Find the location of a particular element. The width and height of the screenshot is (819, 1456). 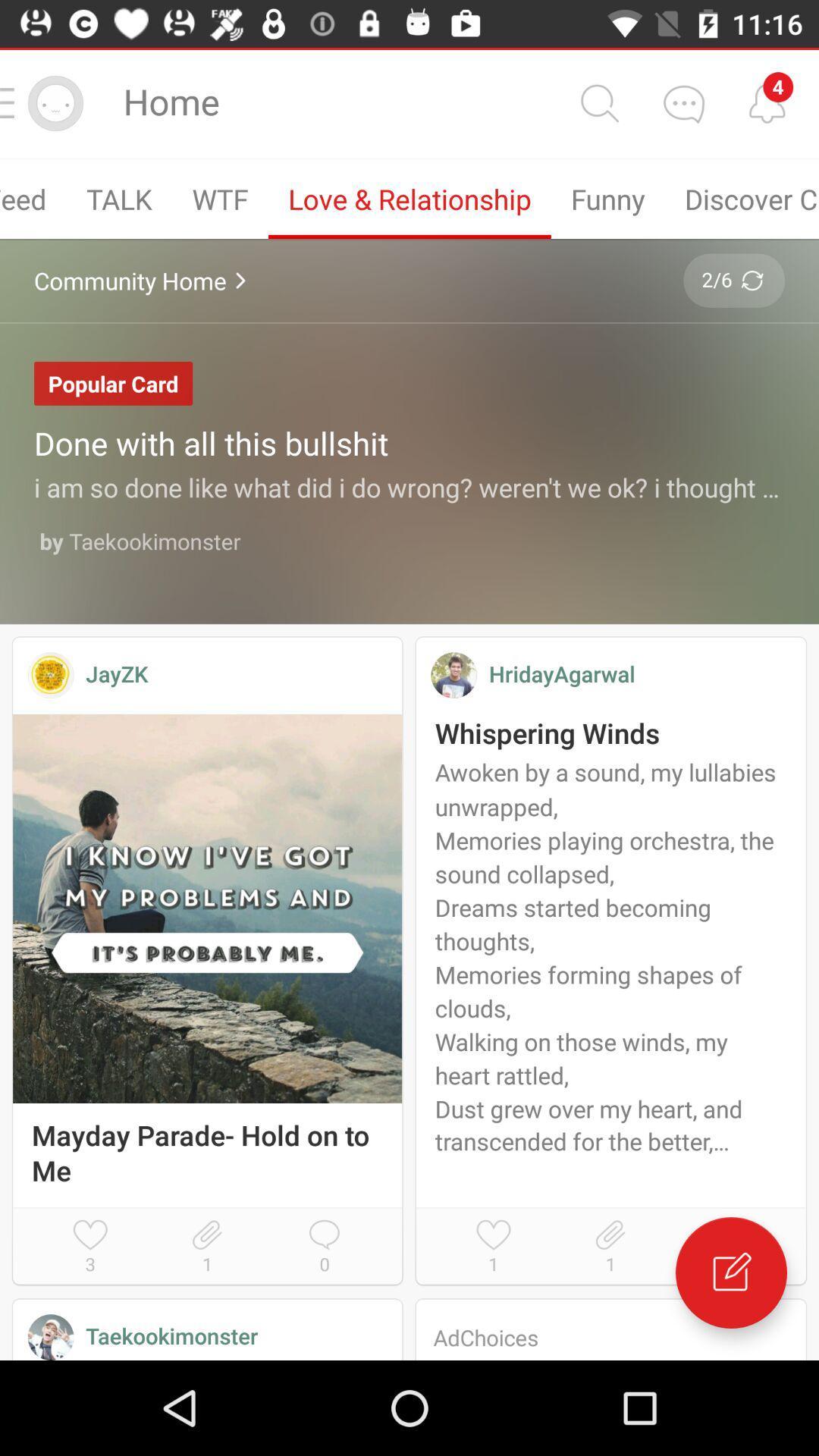

the search icon is located at coordinates (598, 102).